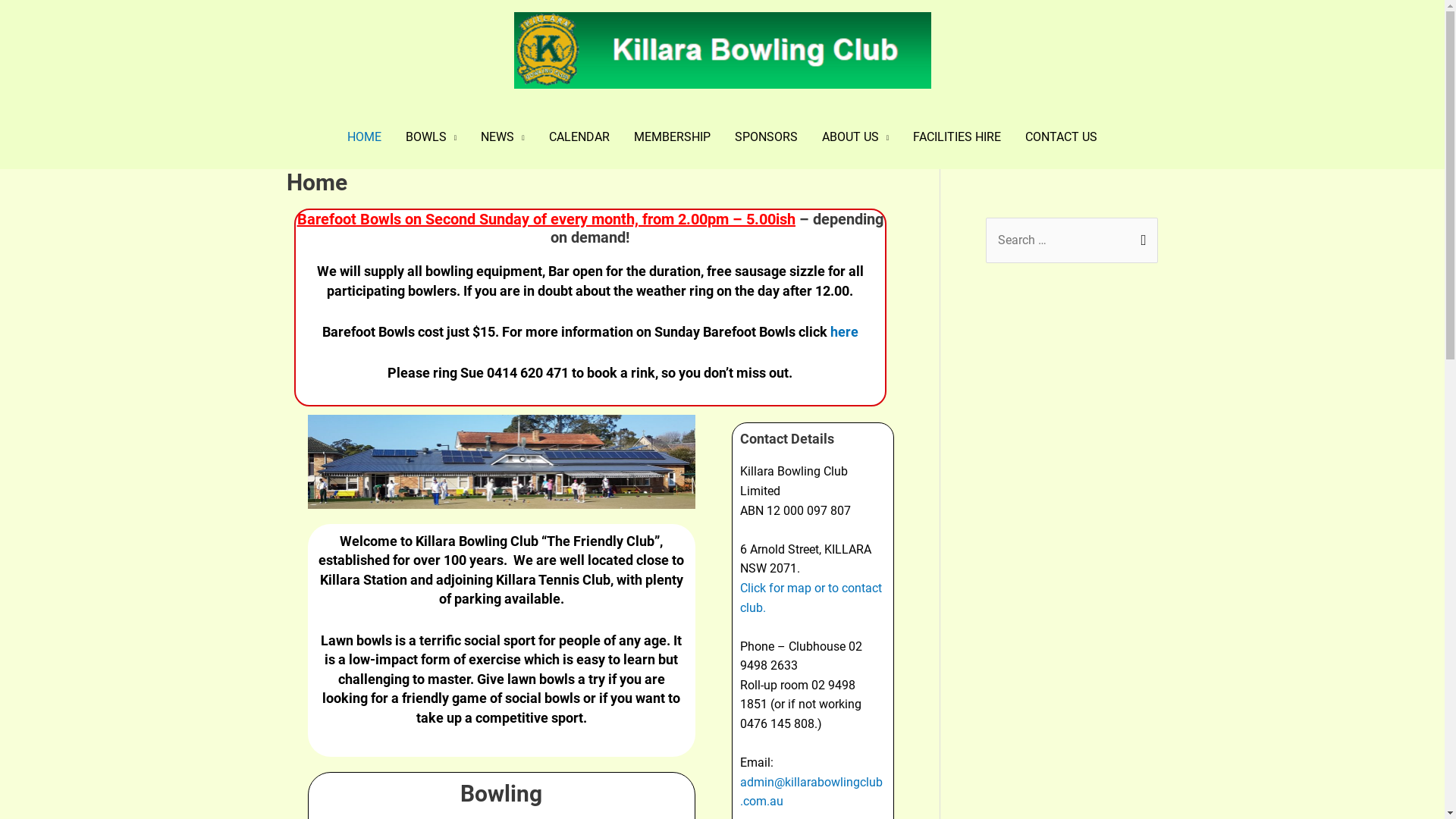 This screenshot has width=1456, height=819. What do you see at coordinates (622, 137) in the screenshot?
I see `'MEMBERSHIP'` at bounding box center [622, 137].